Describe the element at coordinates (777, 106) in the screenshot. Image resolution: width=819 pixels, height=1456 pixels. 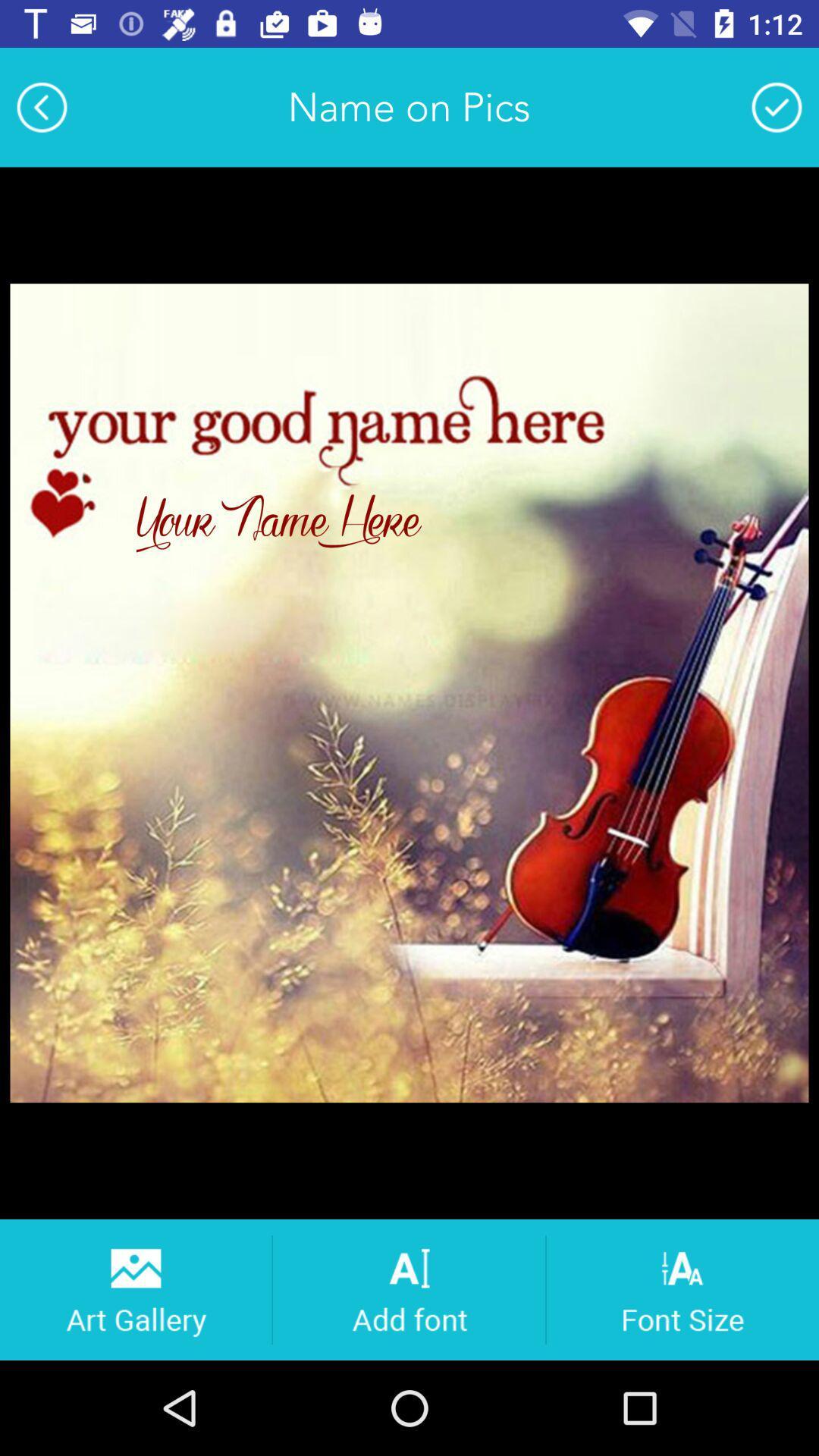
I see `the icon at the top right corner` at that location.